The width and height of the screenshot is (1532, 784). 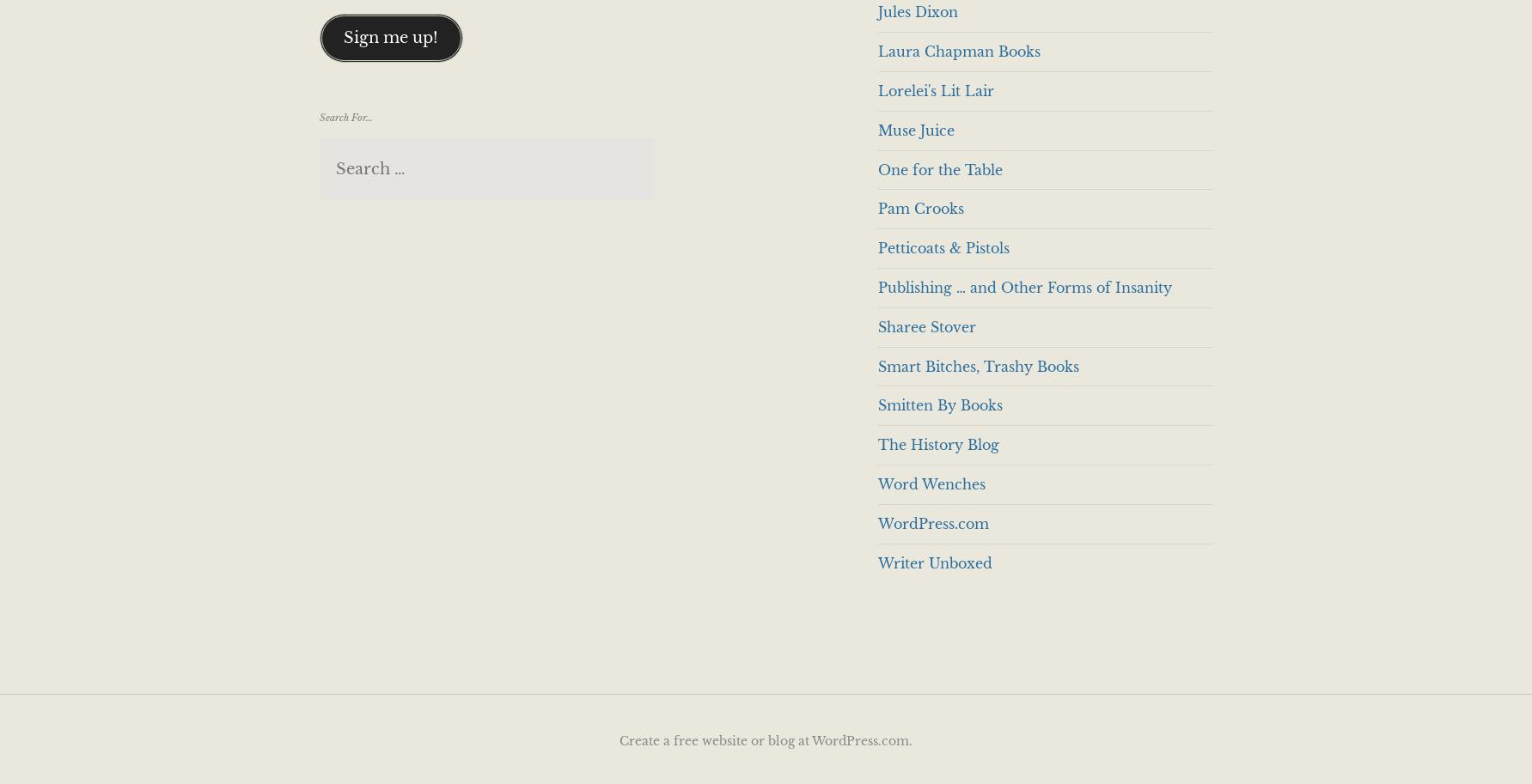 What do you see at coordinates (942, 247) in the screenshot?
I see `'Petticoats & Pistols'` at bounding box center [942, 247].